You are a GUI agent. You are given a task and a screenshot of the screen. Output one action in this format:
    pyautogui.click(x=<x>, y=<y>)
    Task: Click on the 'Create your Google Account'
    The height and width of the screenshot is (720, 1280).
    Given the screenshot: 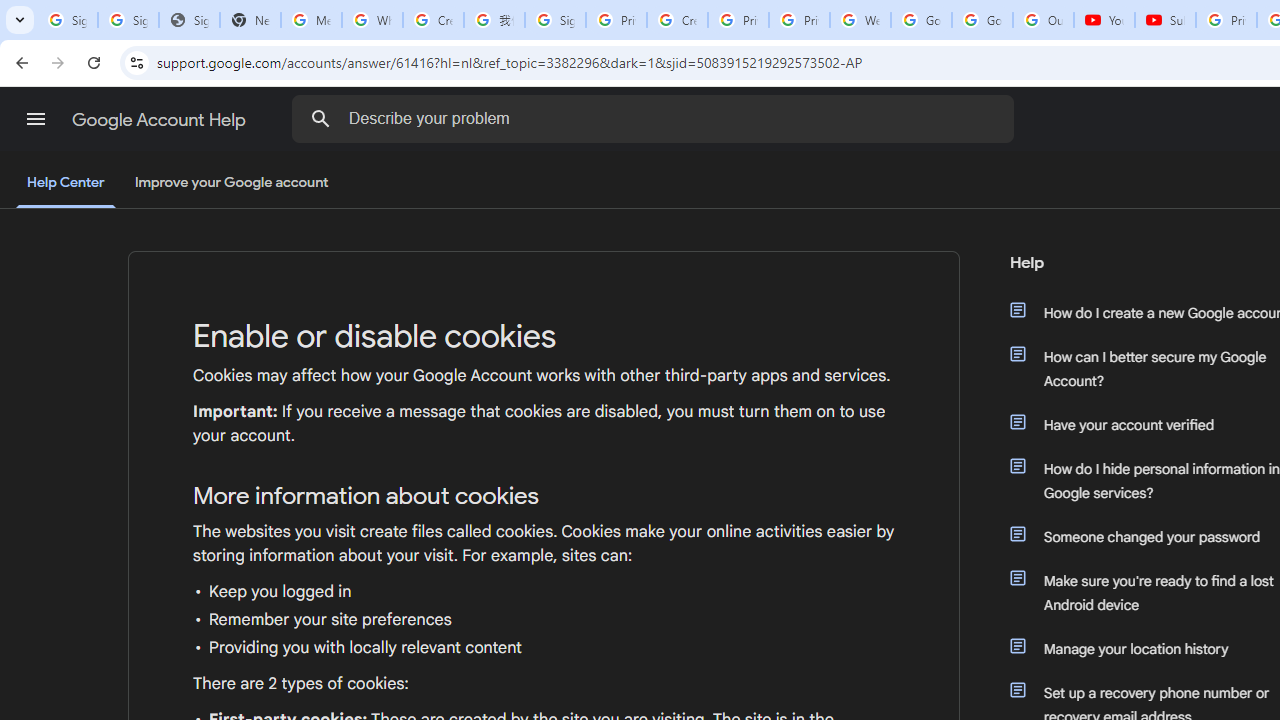 What is the action you would take?
    pyautogui.click(x=677, y=20)
    